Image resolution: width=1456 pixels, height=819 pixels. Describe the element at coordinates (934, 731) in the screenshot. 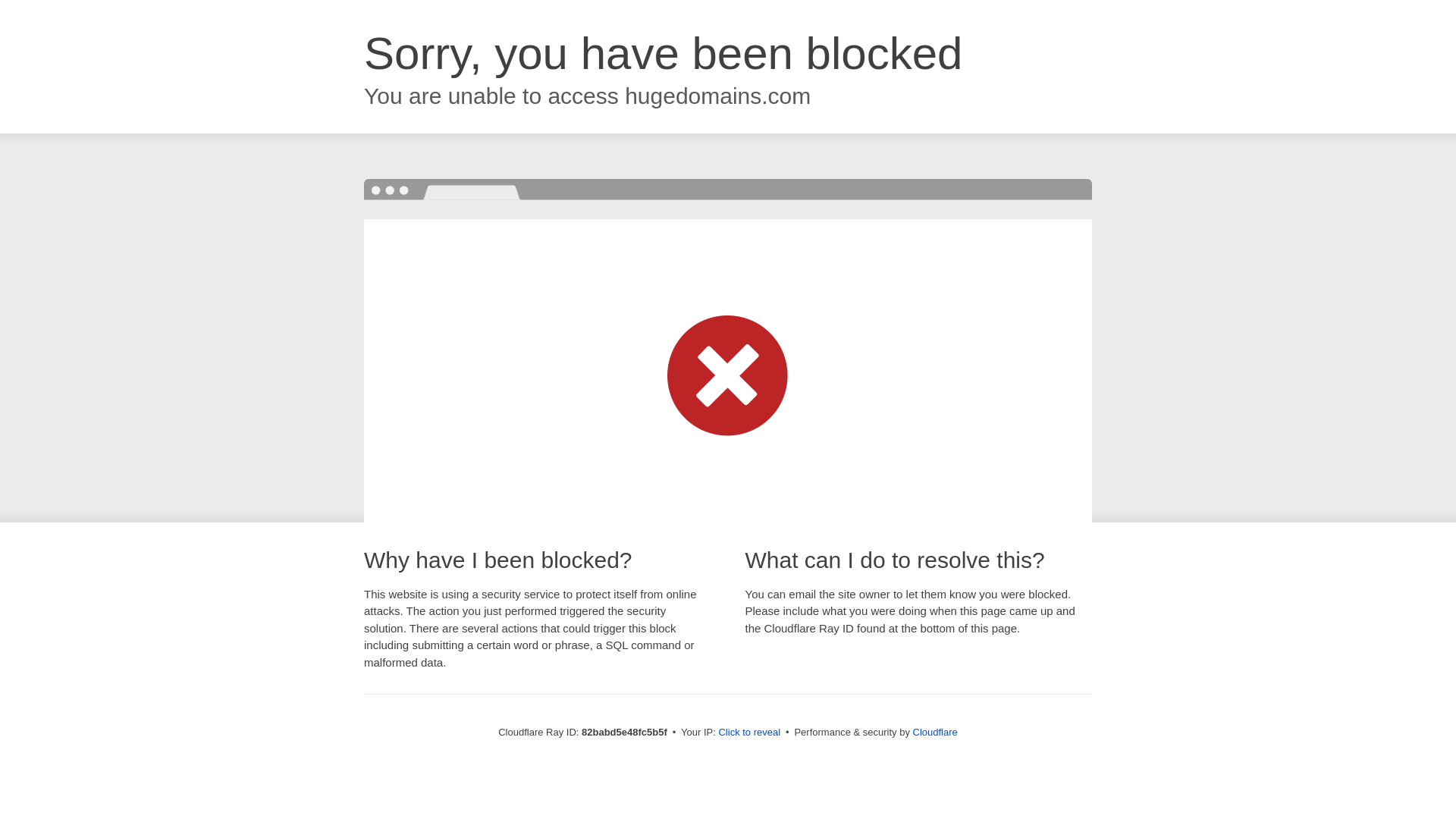

I see `'Cloudflare'` at that location.